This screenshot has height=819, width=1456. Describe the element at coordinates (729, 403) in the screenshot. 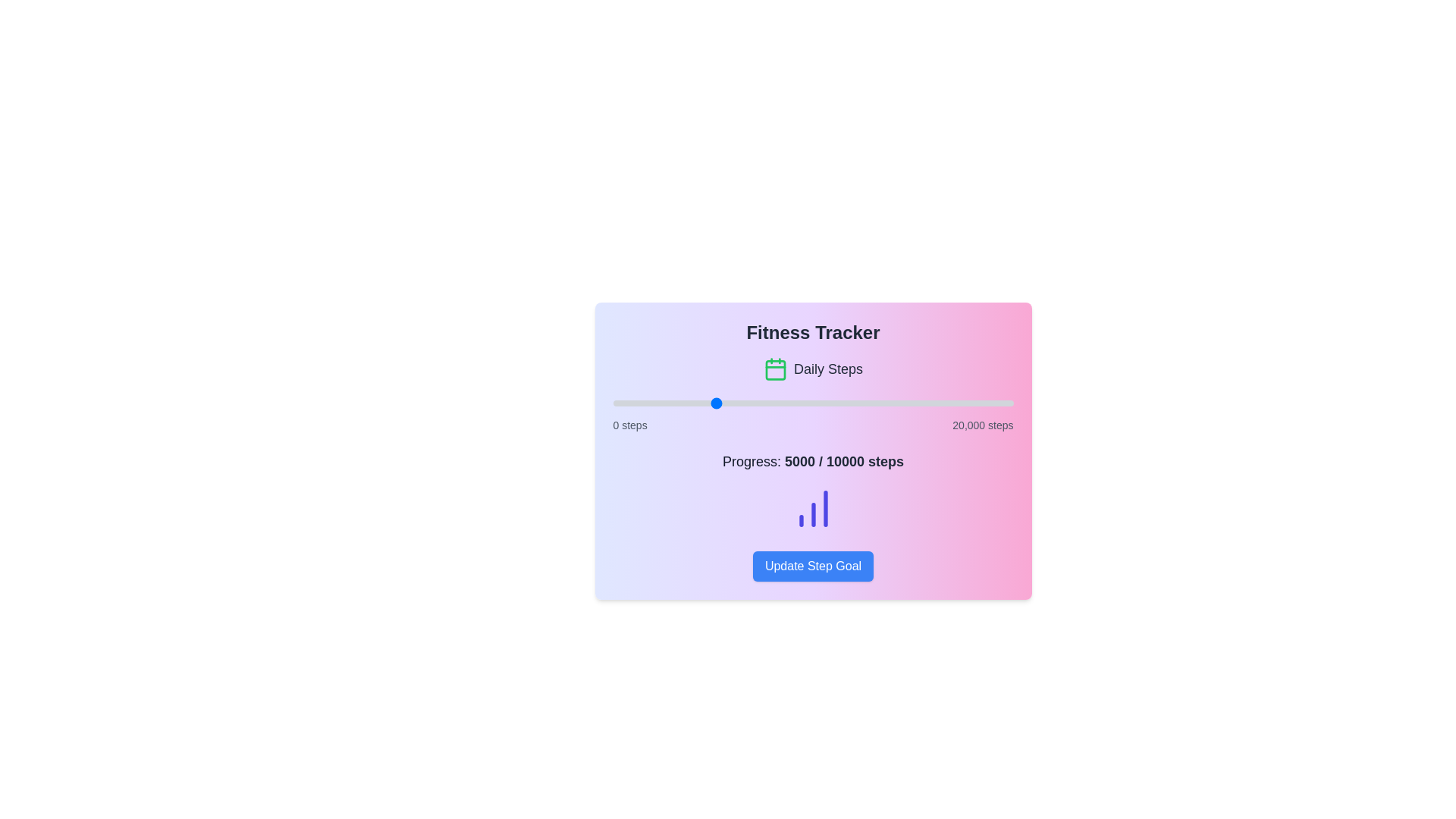

I see `the step progress slider to set the step count to 5808` at that location.